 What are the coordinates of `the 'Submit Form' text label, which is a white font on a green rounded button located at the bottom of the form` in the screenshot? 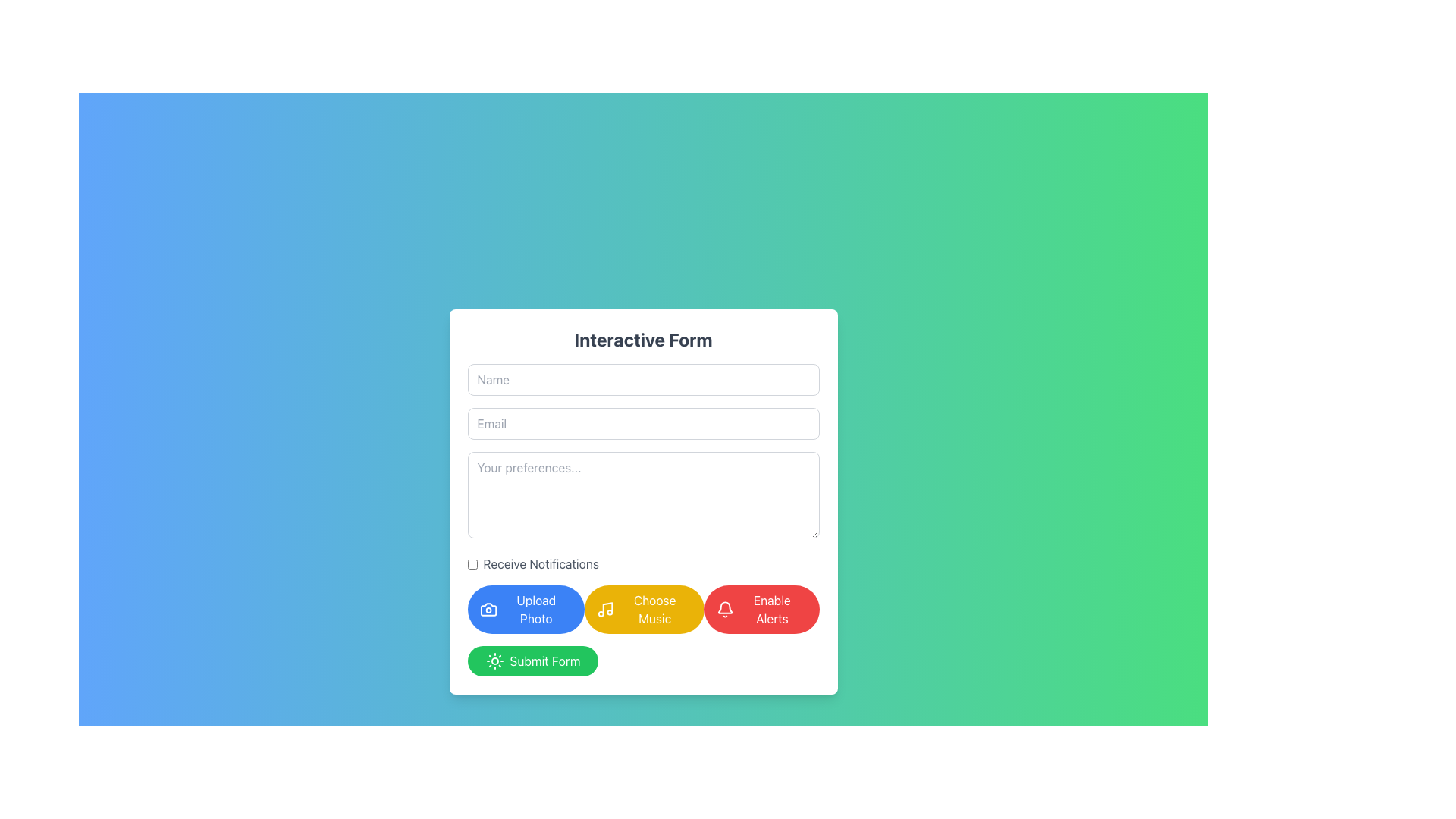 It's located at (545, 660).